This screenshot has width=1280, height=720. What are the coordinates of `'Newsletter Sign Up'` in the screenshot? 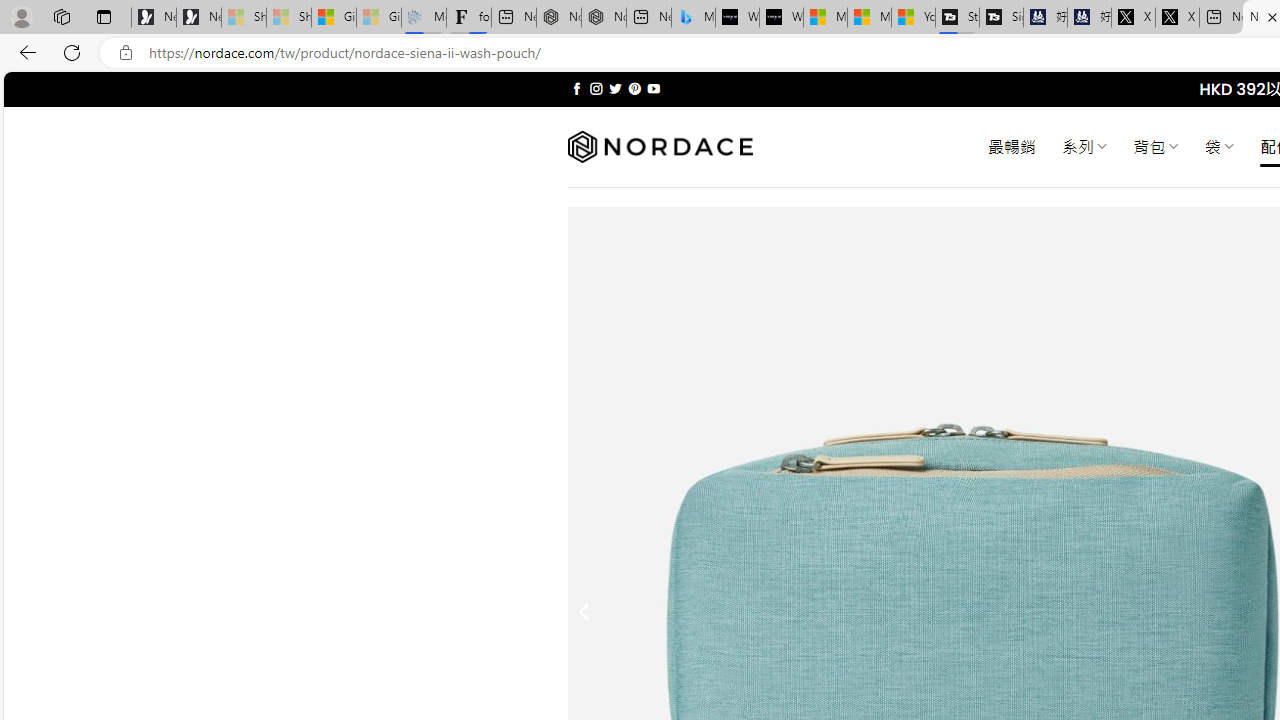 It's located at (199, 17).